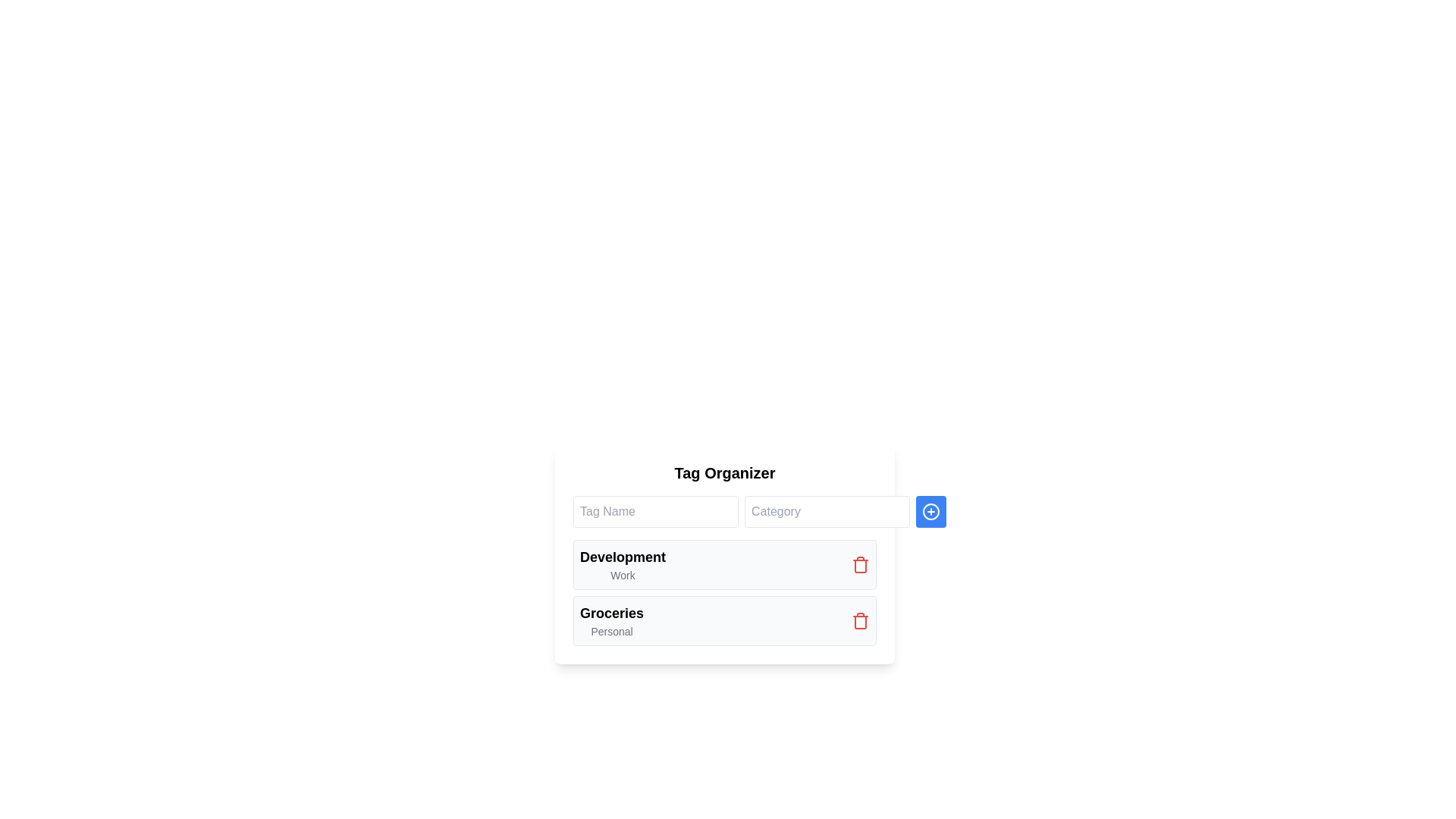 The width and height of the screenshot is (1456, 819). I want to click on the text label that serves as a title for a listed item, positioned above the 'Groceries' item, to engage with related components, so click(623, 564).